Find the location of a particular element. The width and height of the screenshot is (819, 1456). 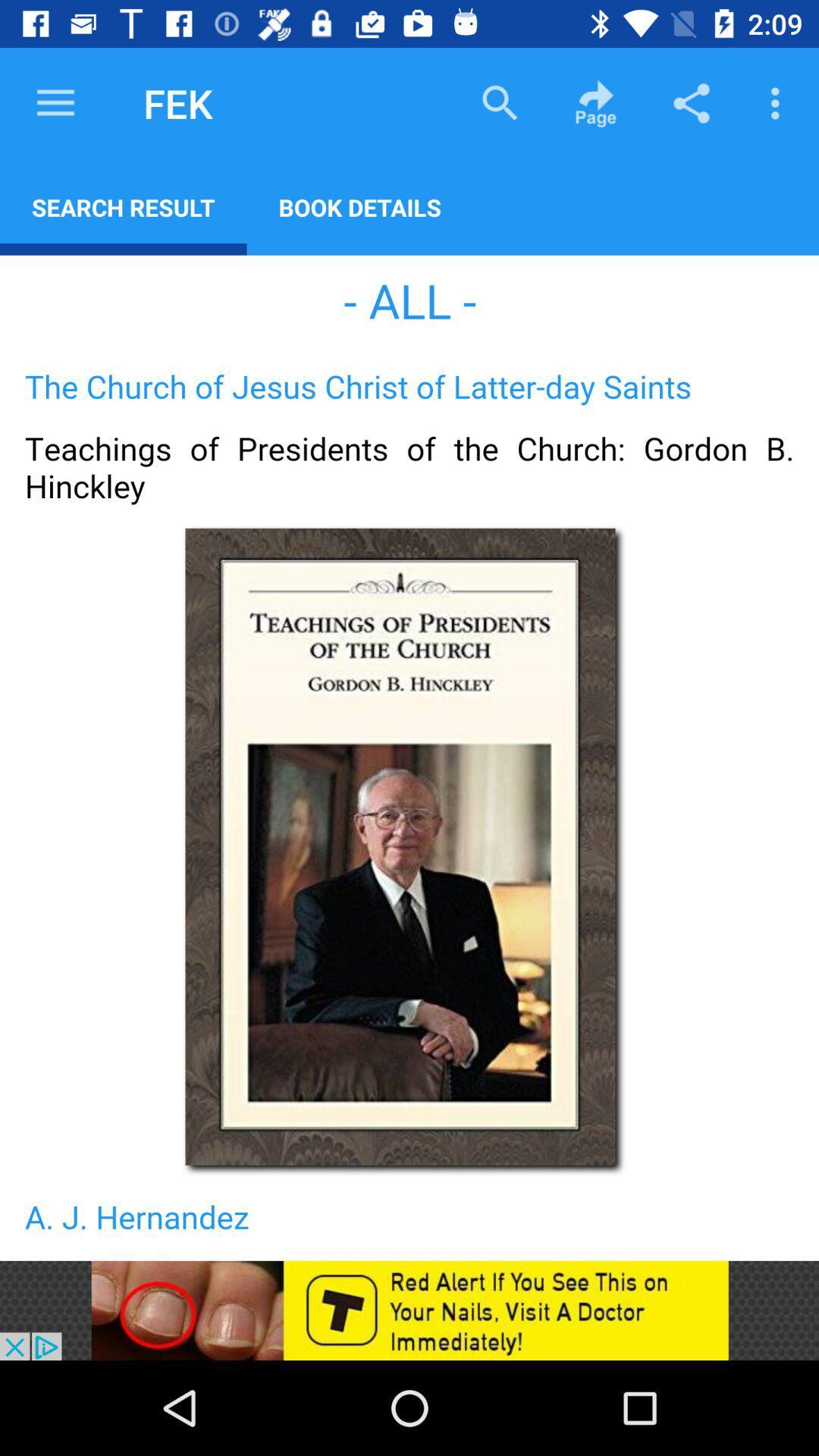

the more icon is located at coordinates (779, 102).